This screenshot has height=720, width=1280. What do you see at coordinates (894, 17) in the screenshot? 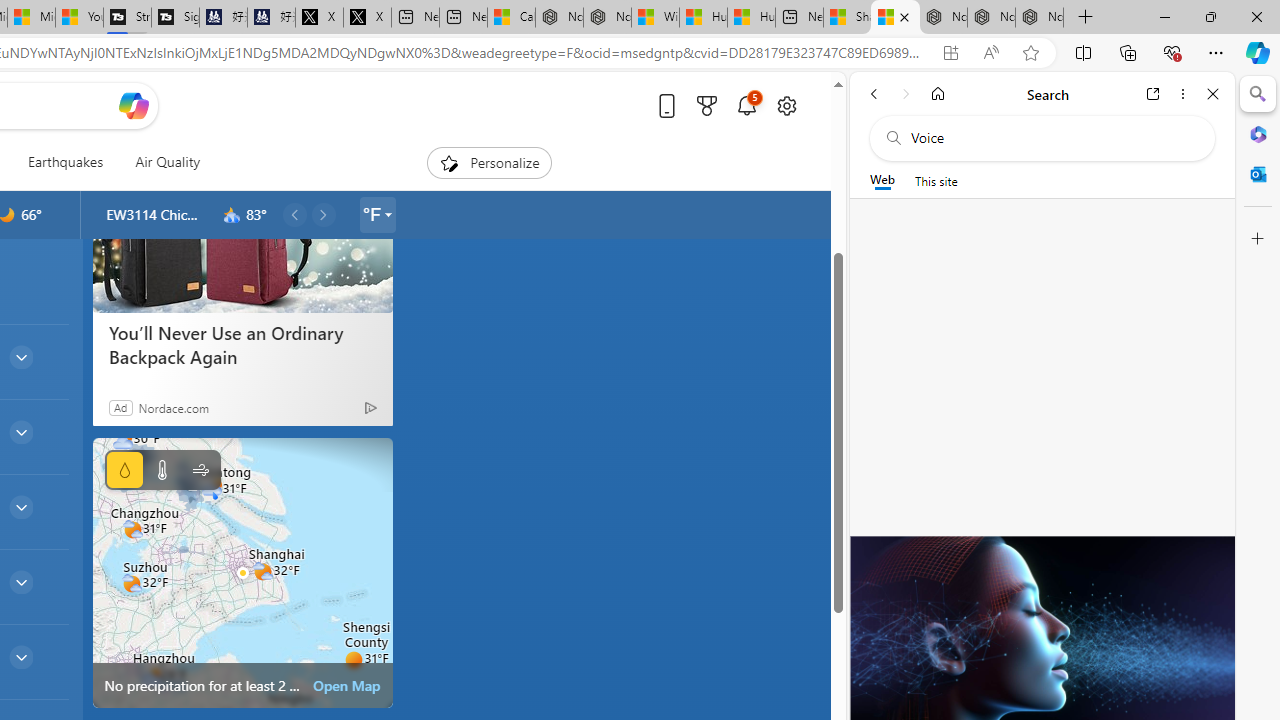
I see `'Shanghai, China hourly forecast | Microsoft Weather'` at bounding box center [894, 17].